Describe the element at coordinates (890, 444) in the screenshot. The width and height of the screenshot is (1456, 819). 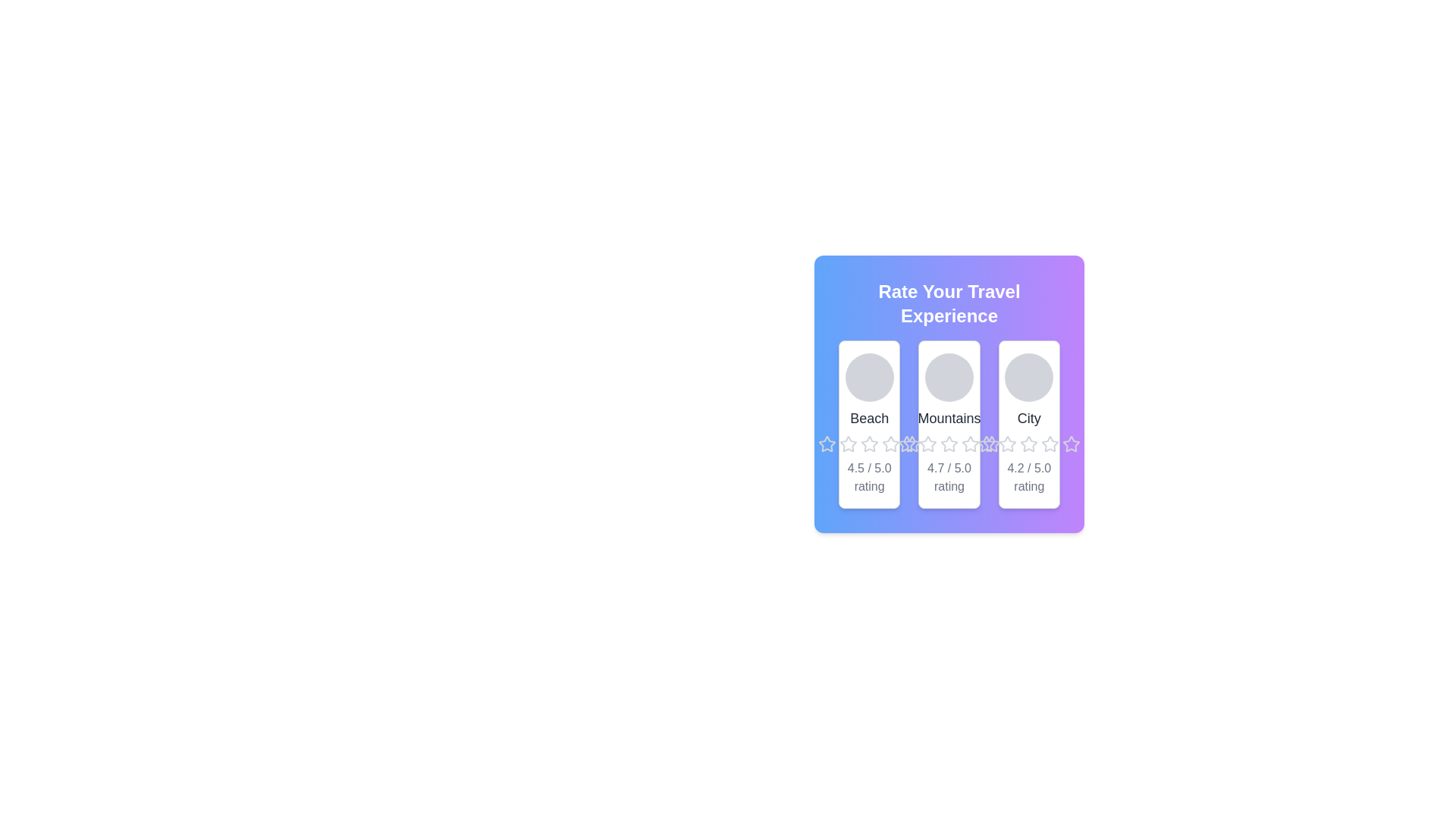
I see `the fifth star icon in the rating system for keyboard interaction` at that location.